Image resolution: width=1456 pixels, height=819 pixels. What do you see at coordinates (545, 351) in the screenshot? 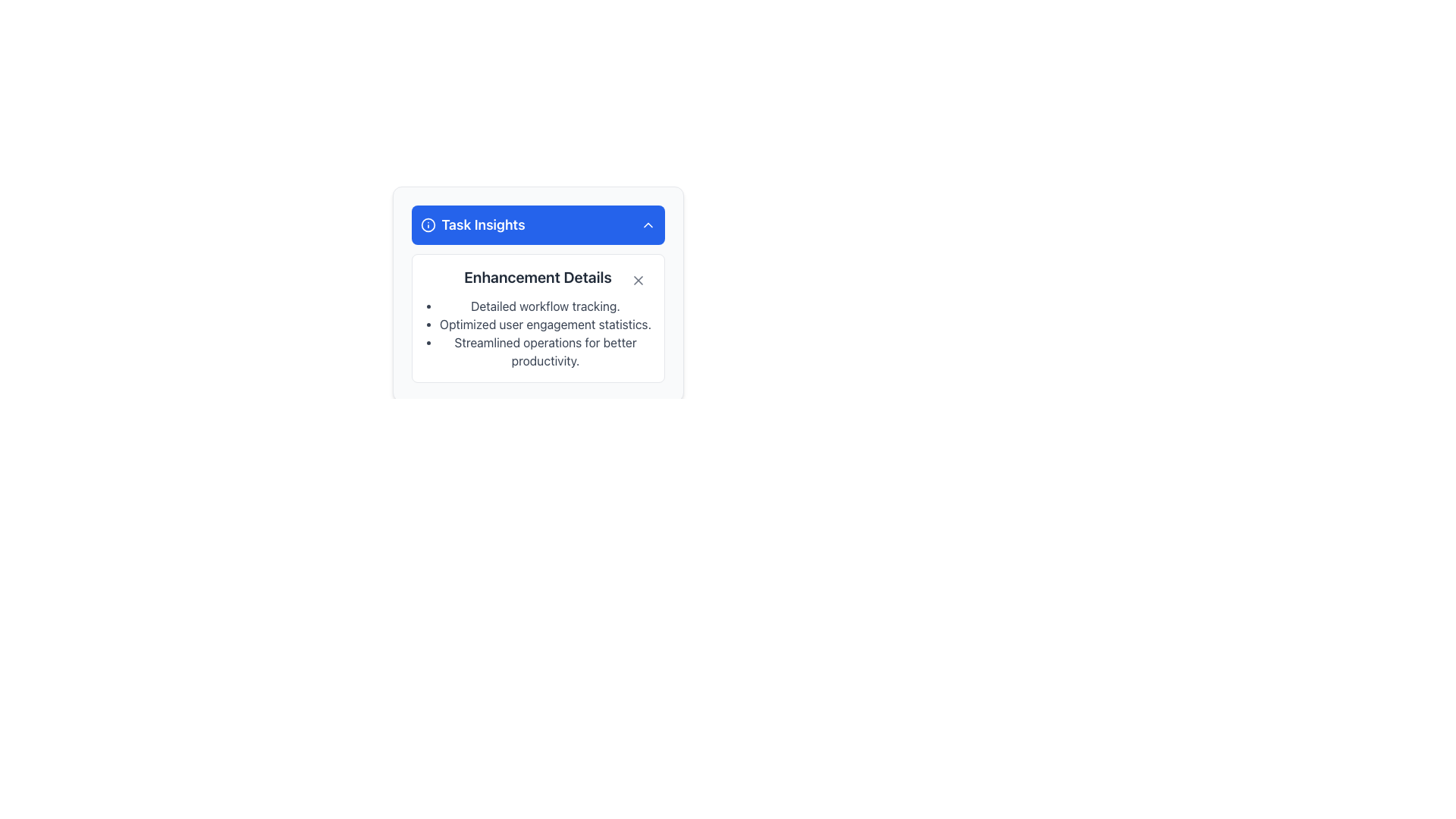
I see `text of the third bullet point in the 'Enhancement Details' list, which is located below the 'Task Insights' header` at bounding box center [545, 351].